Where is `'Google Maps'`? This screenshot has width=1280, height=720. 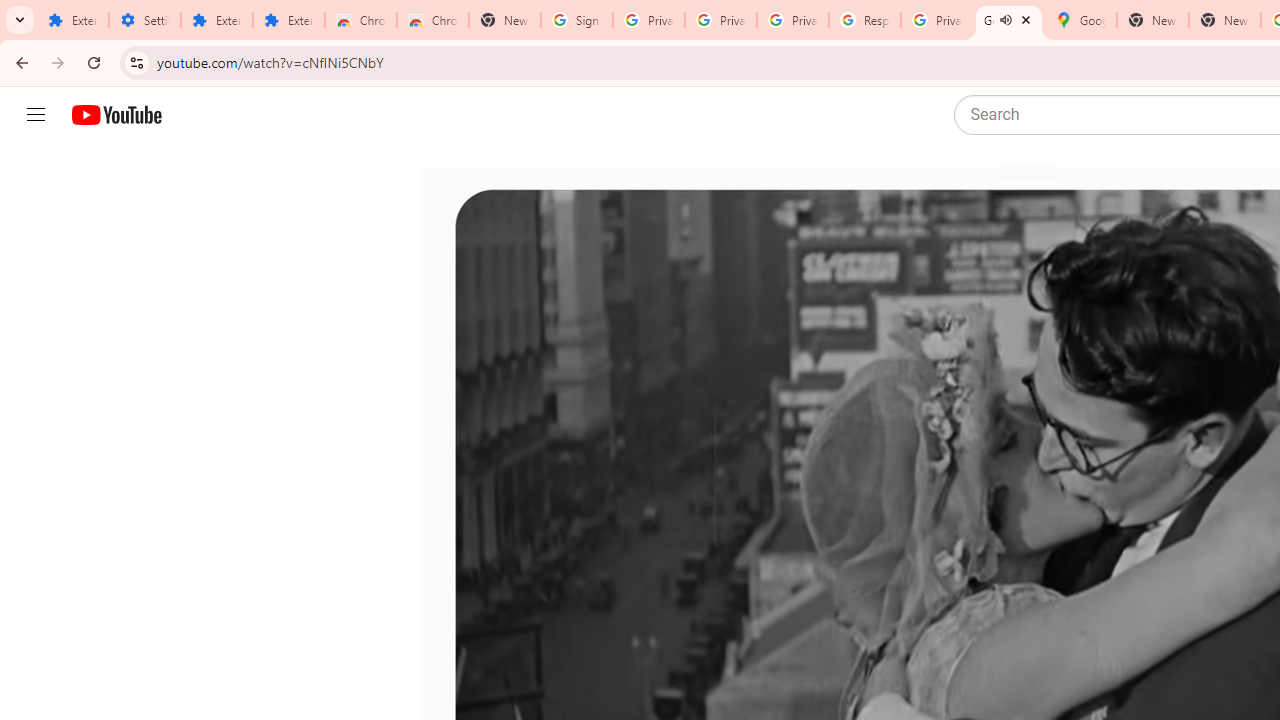 'Google Maps' is located at coordinates (1079, 20).